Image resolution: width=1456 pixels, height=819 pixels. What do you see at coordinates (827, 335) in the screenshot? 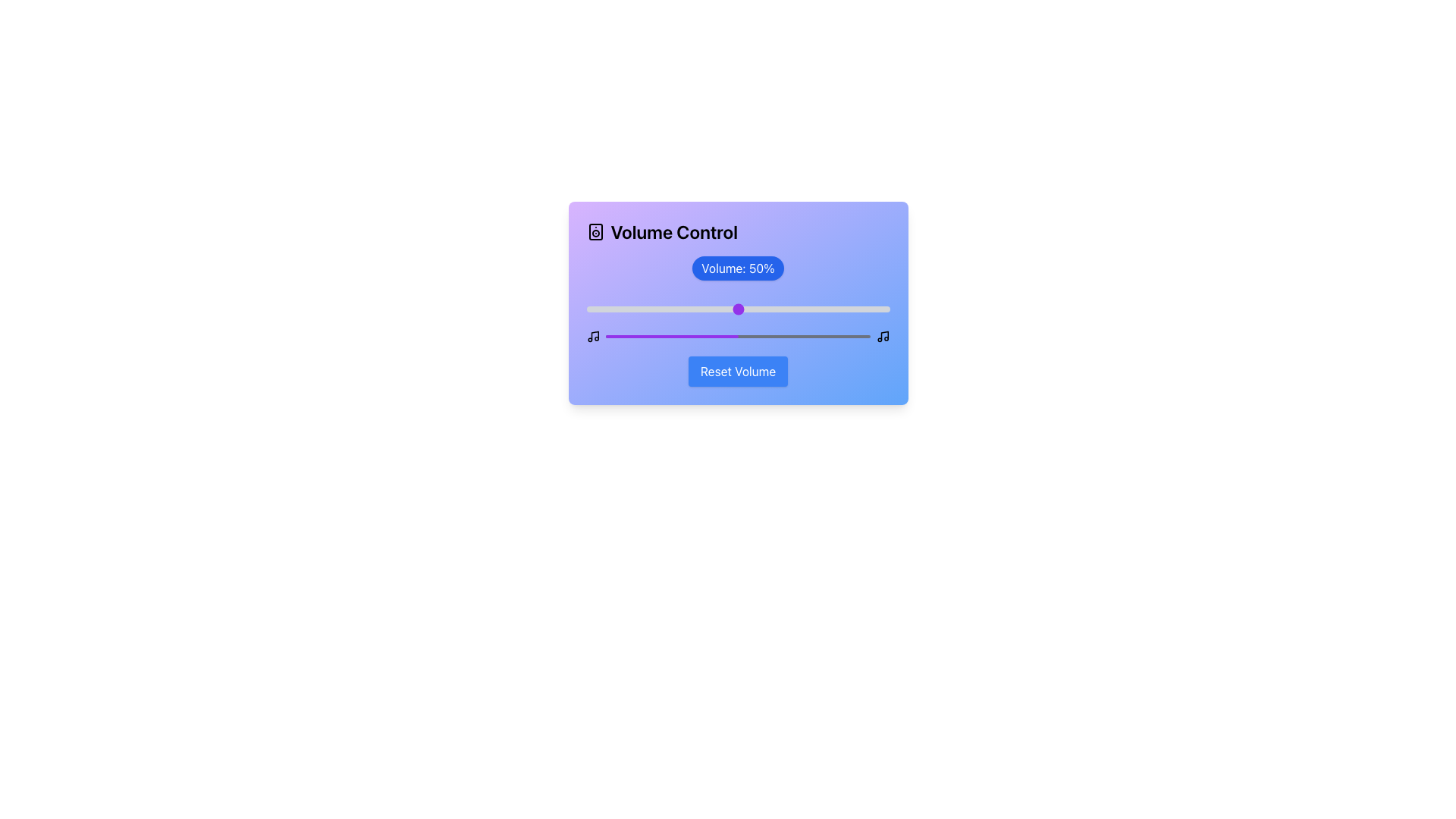
I see `the volume` at bounding box center [827, 335].